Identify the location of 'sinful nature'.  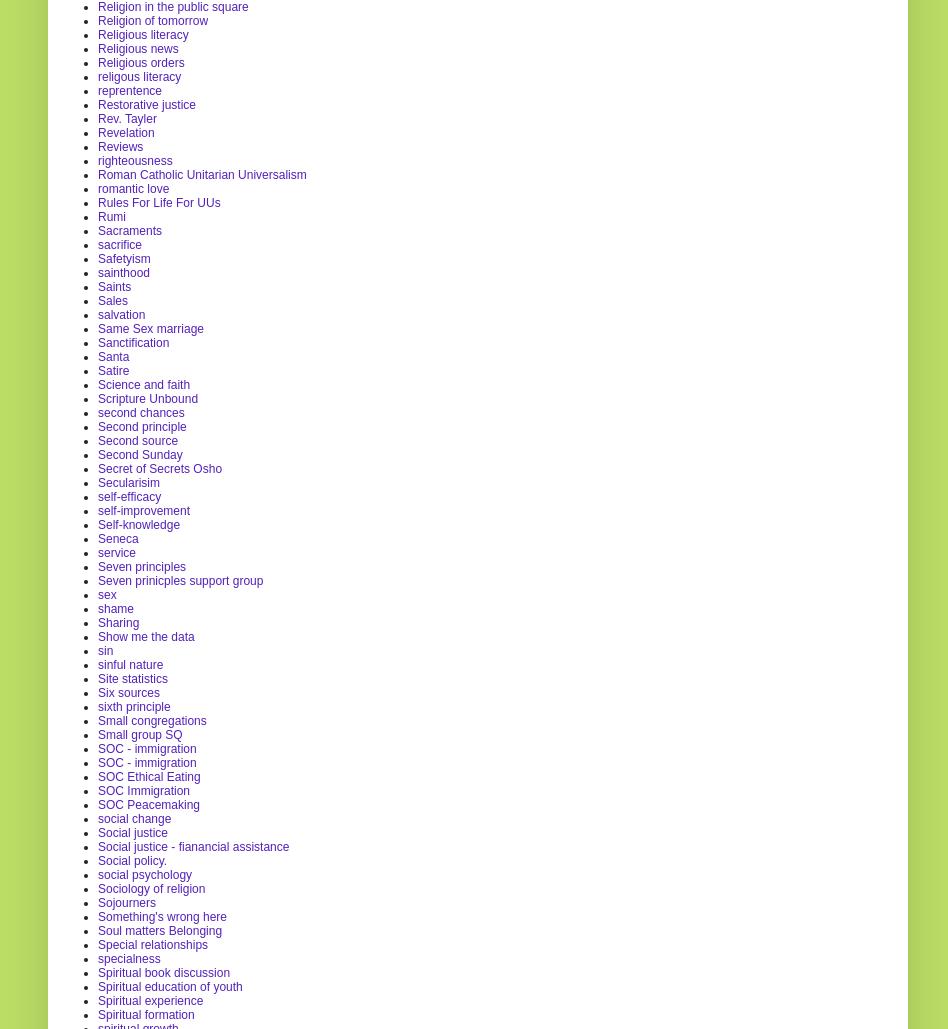
(129, 663).